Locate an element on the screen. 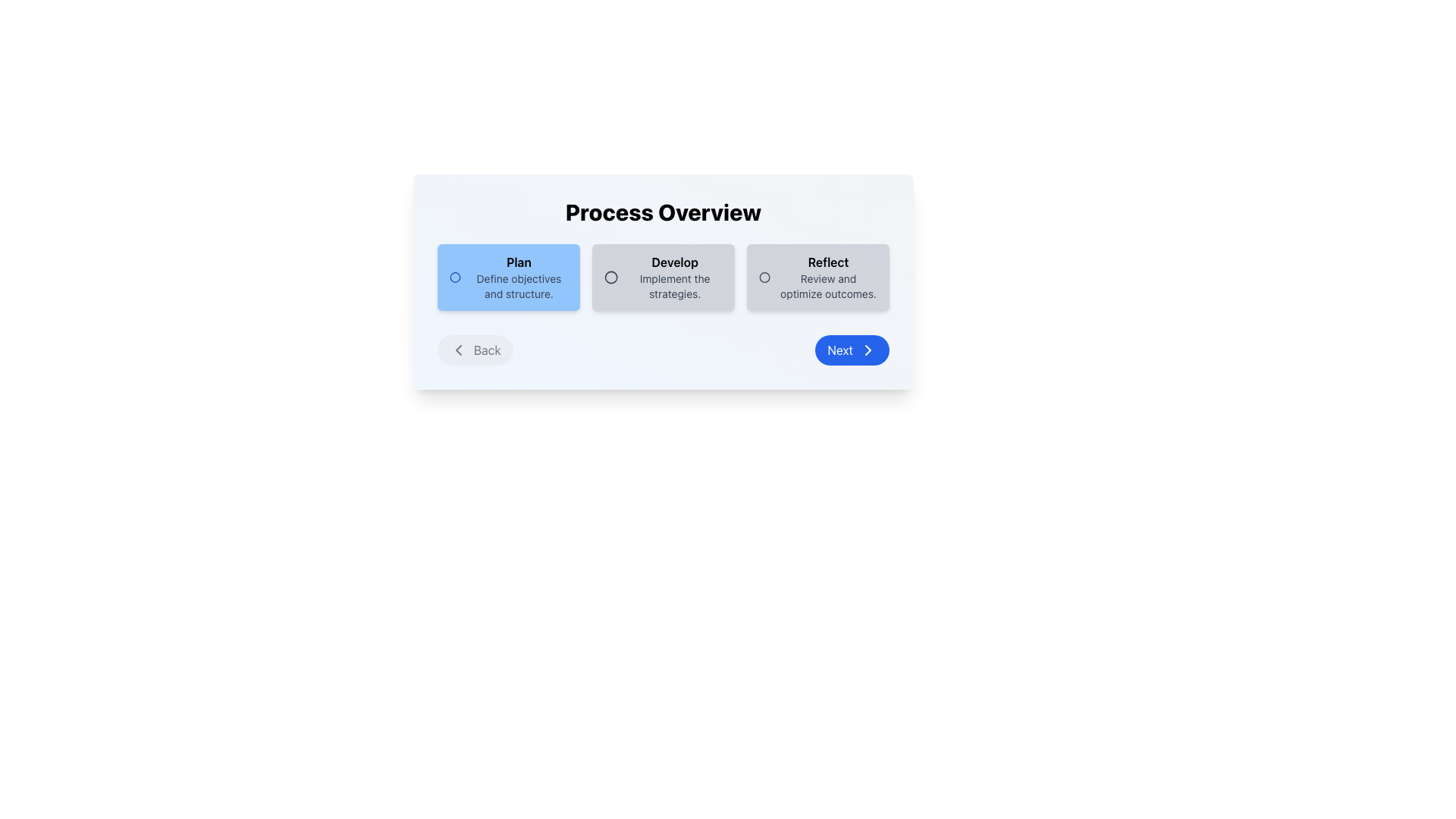  the decorative circle located in the 'Plan' section of the 'Process Overview' card, which is positioned to the left of the text 'Define objectives and structure.' is located at coordinates (454, 278).